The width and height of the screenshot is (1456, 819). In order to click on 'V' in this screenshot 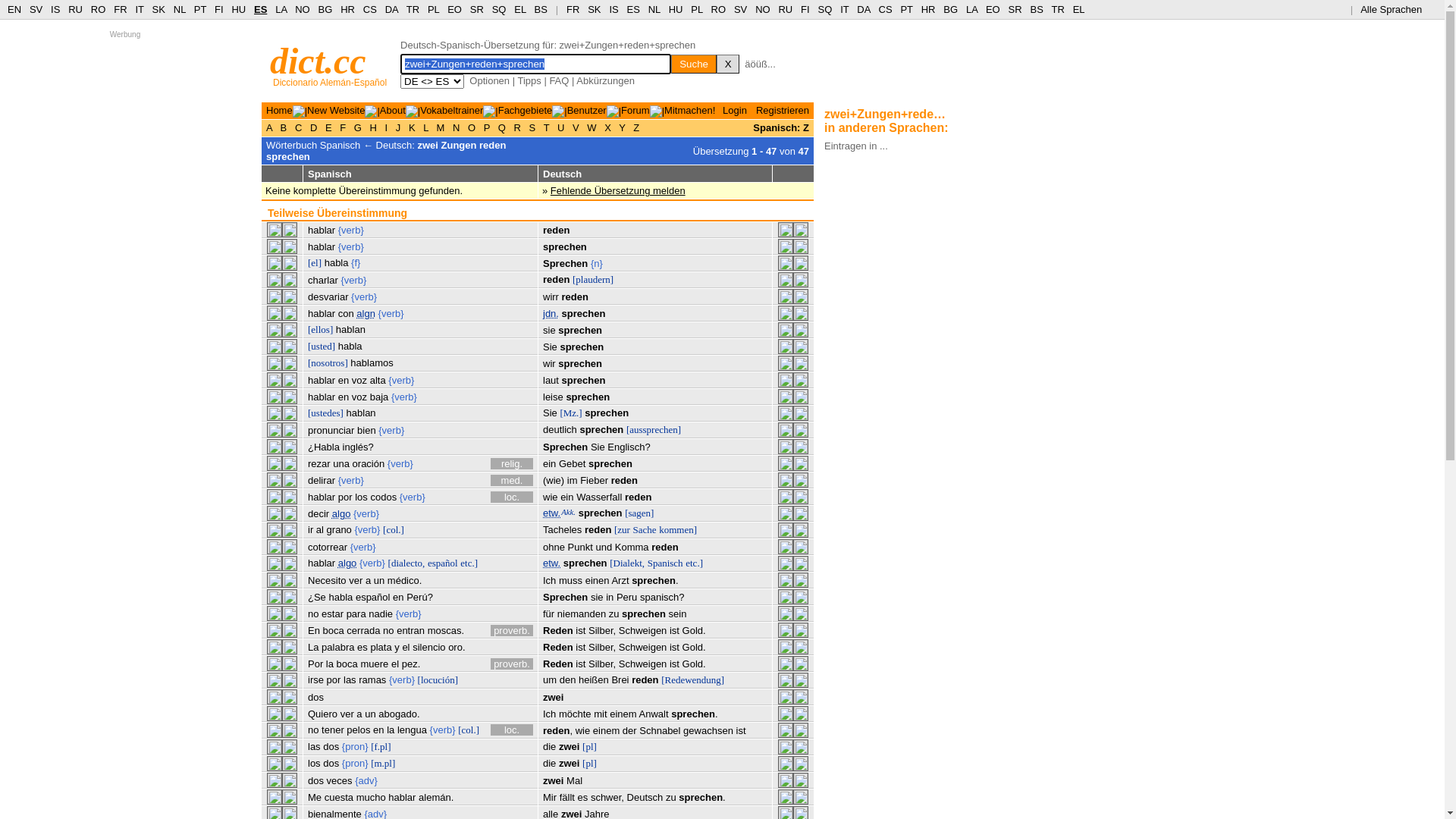, I will do `click(568, 127)`.